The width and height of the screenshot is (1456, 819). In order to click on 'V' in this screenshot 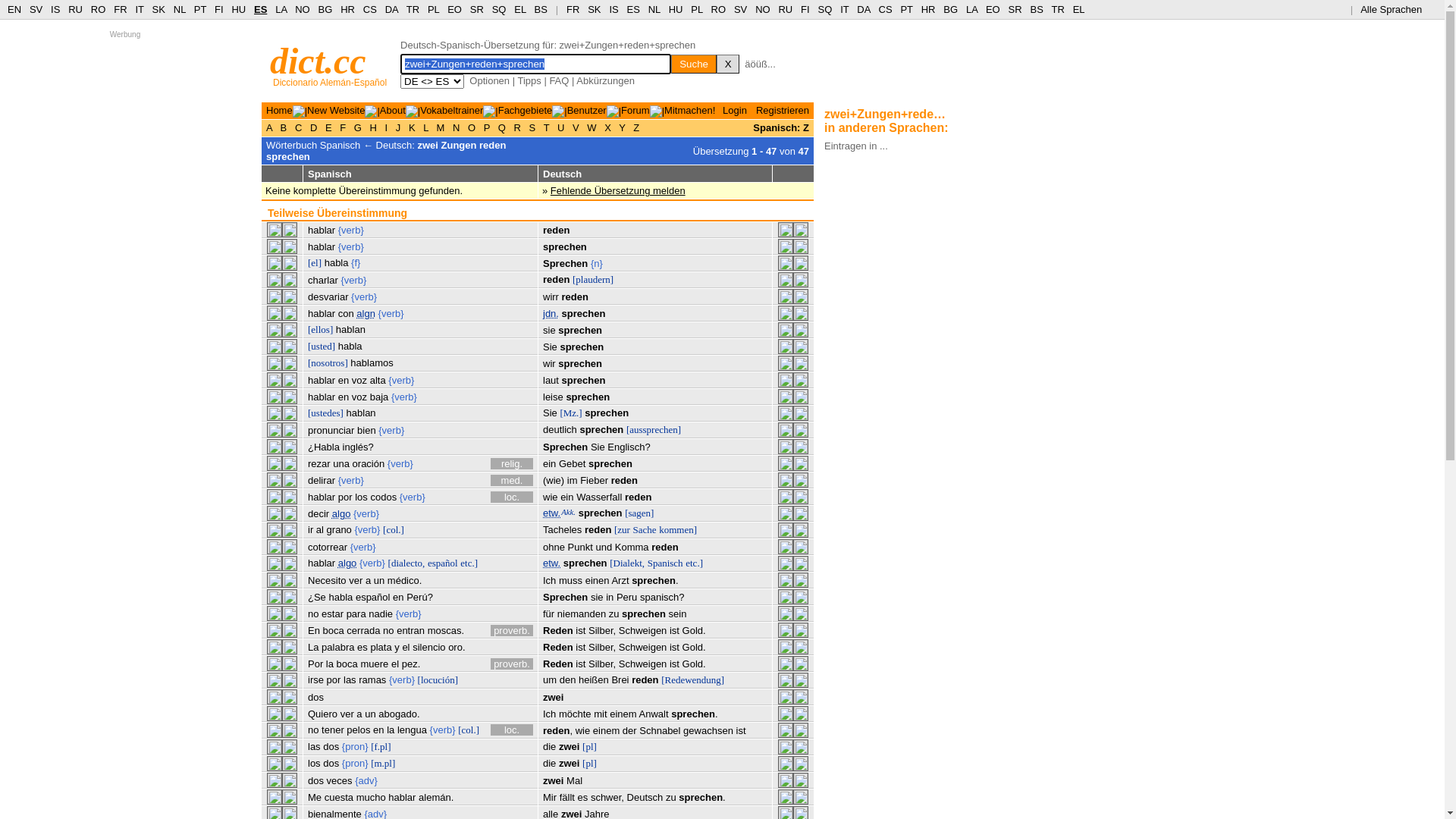, I will do `click(568, 127)`.